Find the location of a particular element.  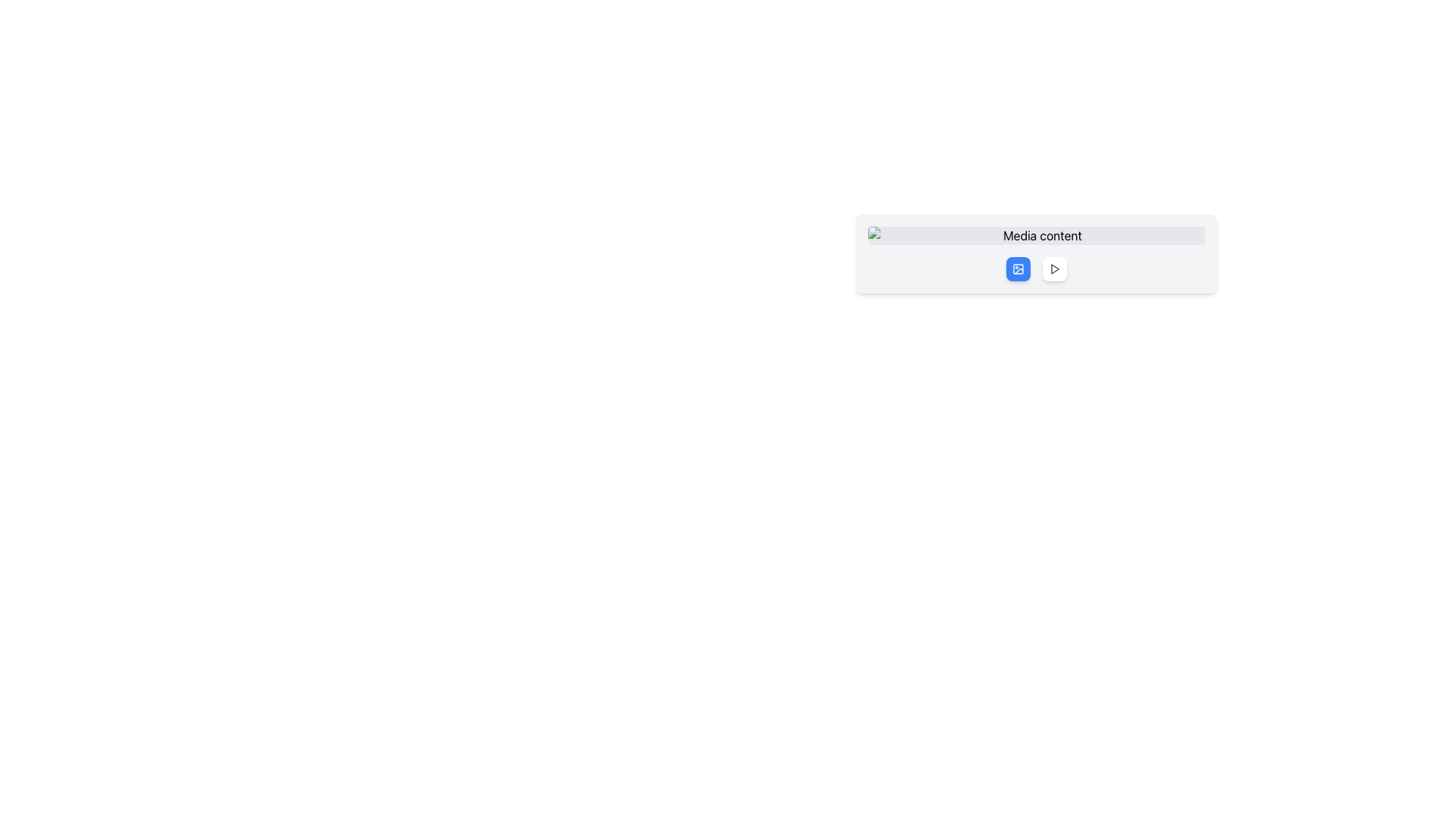

the 'Add image' icon located within the blue circular button is located at coordinates (1018, 268).